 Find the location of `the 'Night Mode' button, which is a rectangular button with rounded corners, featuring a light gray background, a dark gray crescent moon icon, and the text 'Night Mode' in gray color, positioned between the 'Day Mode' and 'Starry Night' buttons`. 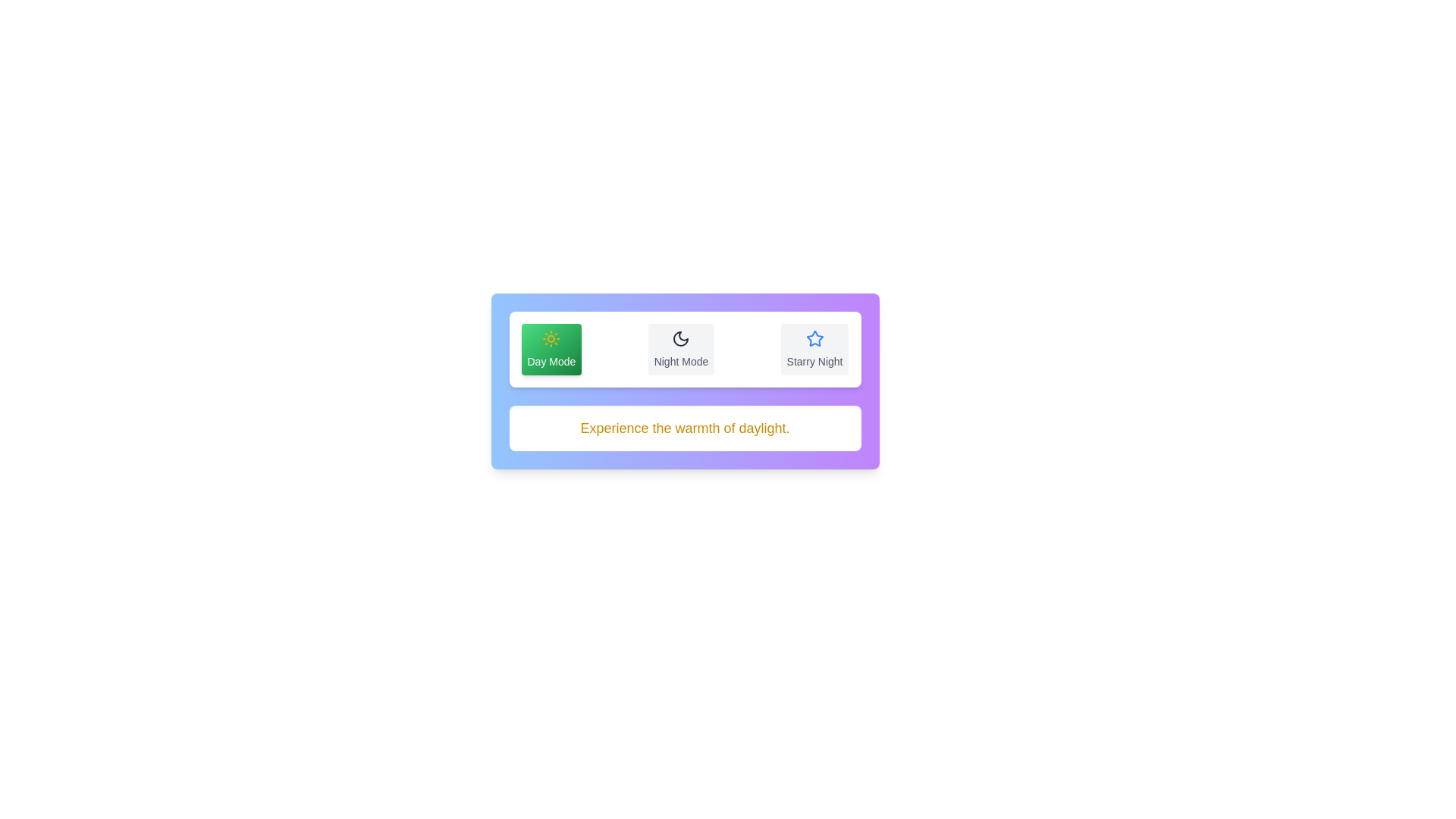

the 'Night Mode' button, which is a rectangular button with rounded corners, featuring a light gray background, a dark gray crescent moon icon, and the text 'Night Mode' in gray color, positioned between the 'Day Mode' and 'Starry Night' buttons is located at coordinates (680, 350).